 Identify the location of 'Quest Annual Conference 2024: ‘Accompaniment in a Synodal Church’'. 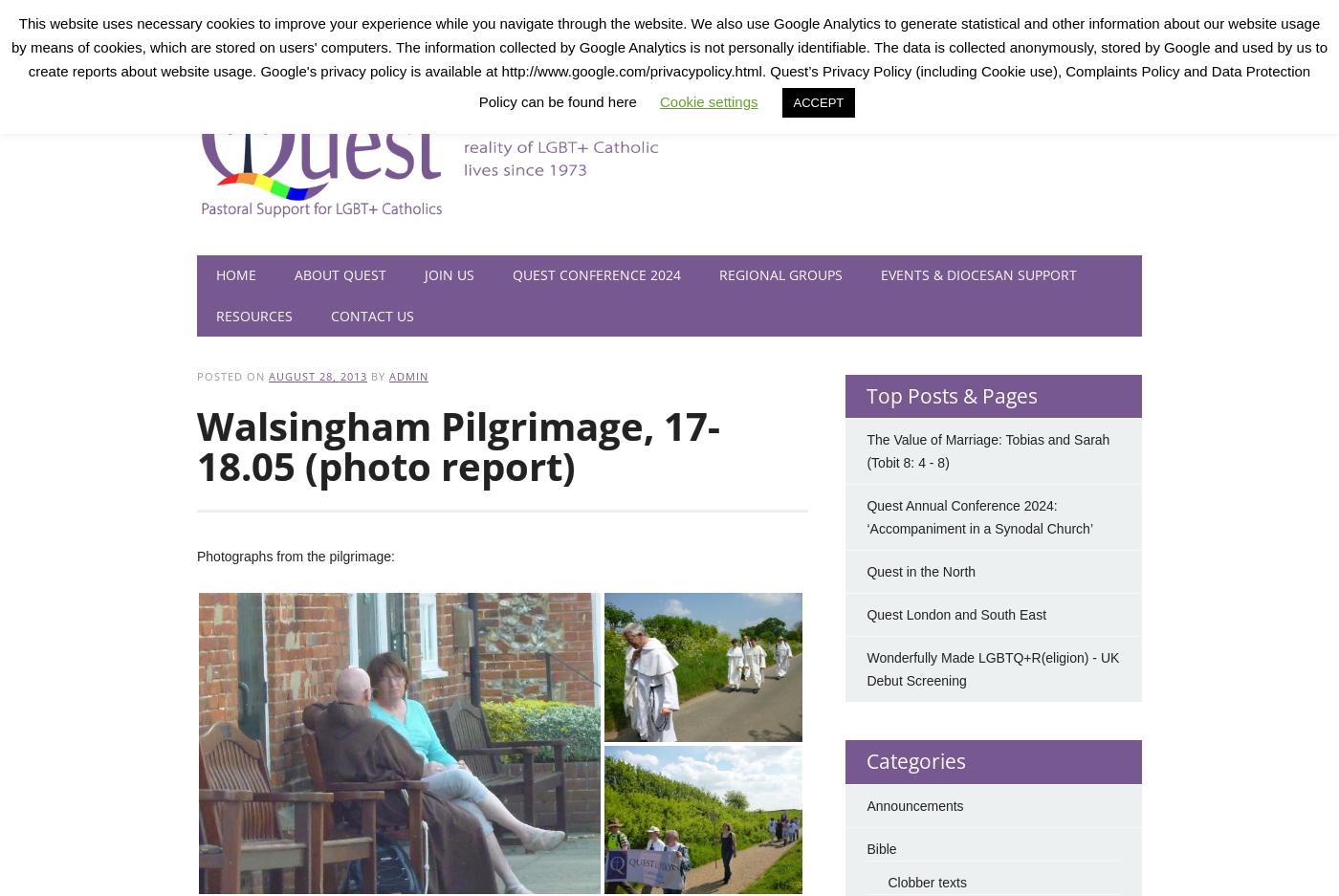
(866, 516).